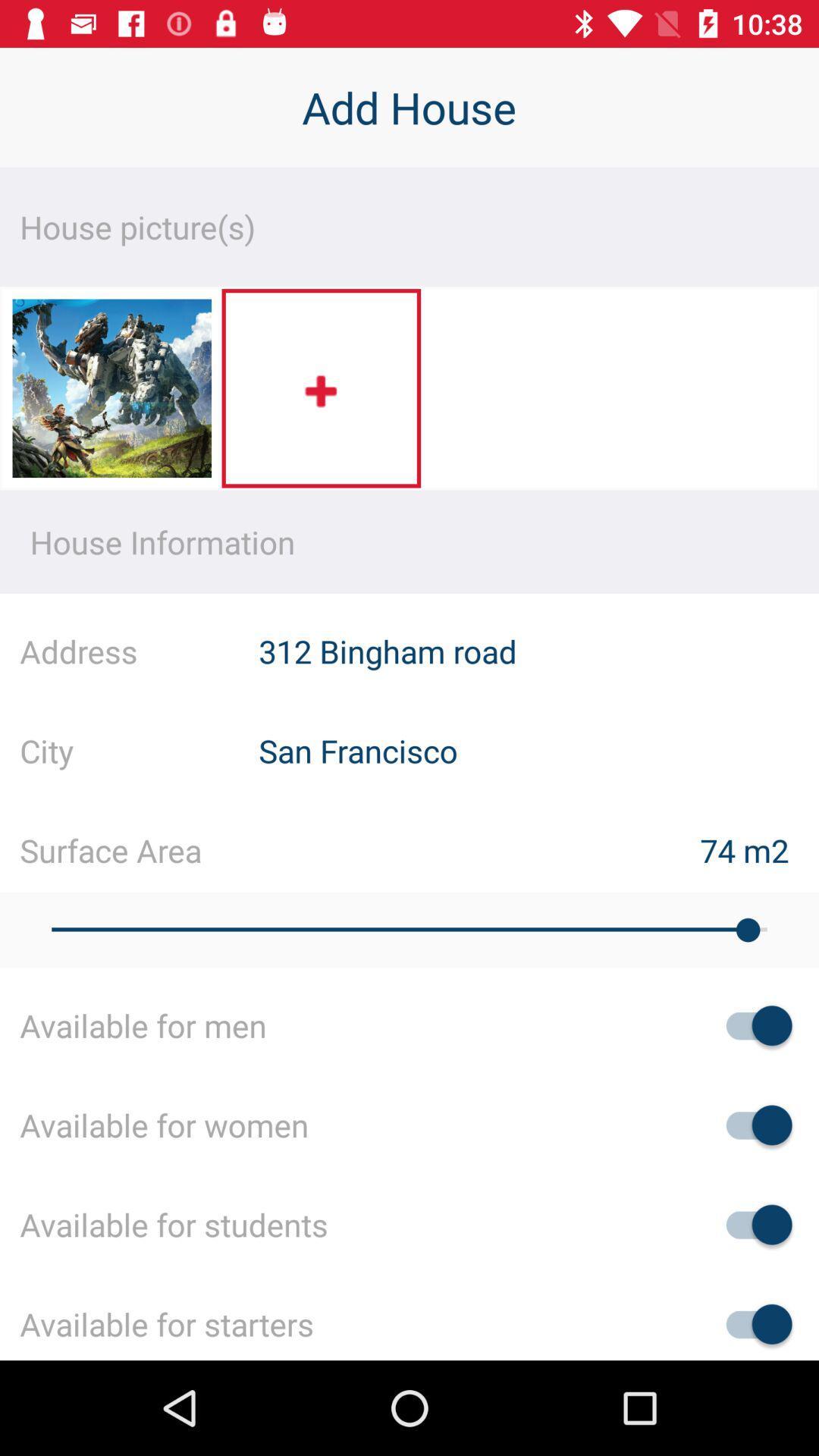  I want to click on switch available for students option, so click(752, 1225).